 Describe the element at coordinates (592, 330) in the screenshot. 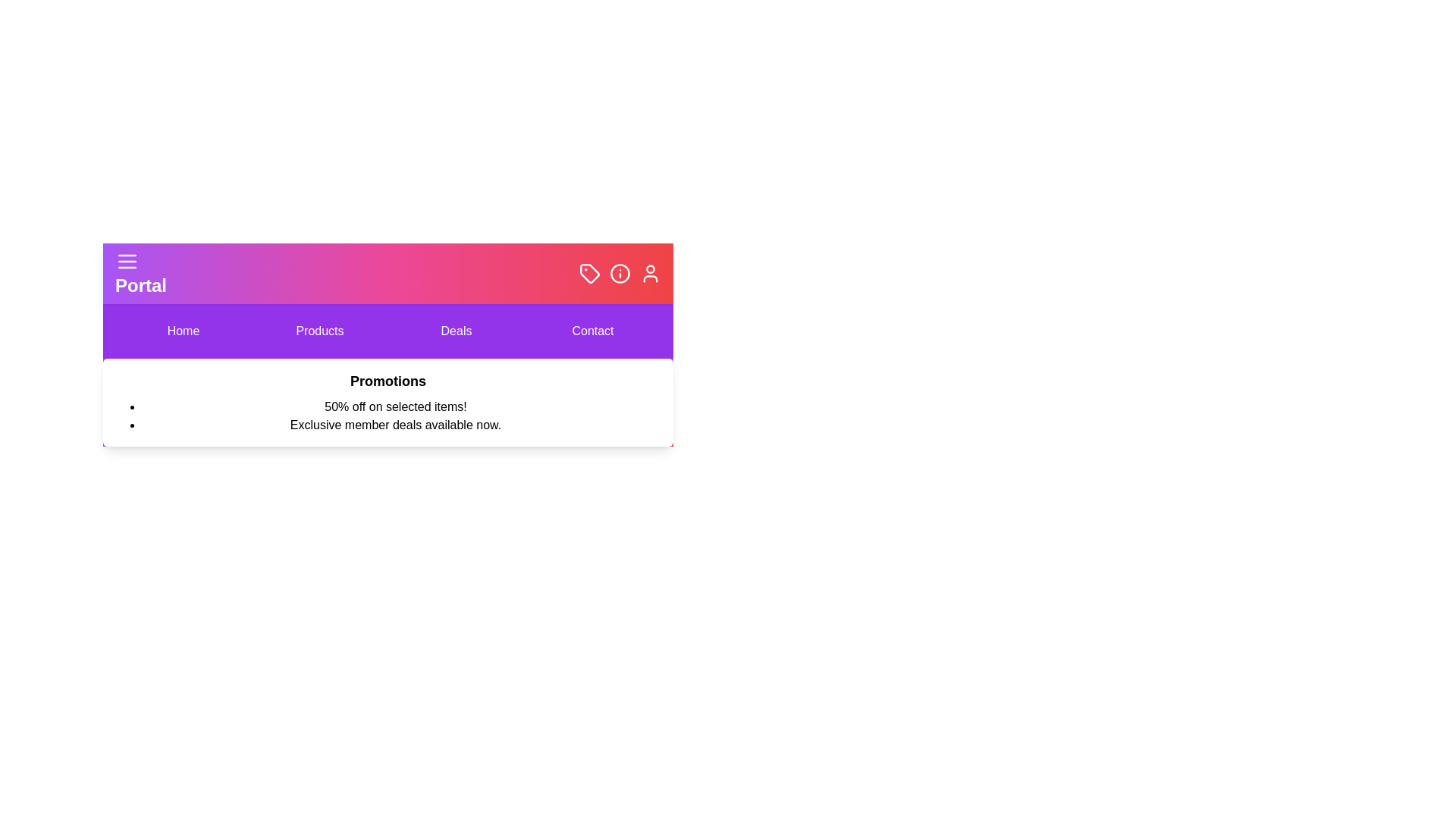

I see `the navigation item Contact from the menu` at that location.